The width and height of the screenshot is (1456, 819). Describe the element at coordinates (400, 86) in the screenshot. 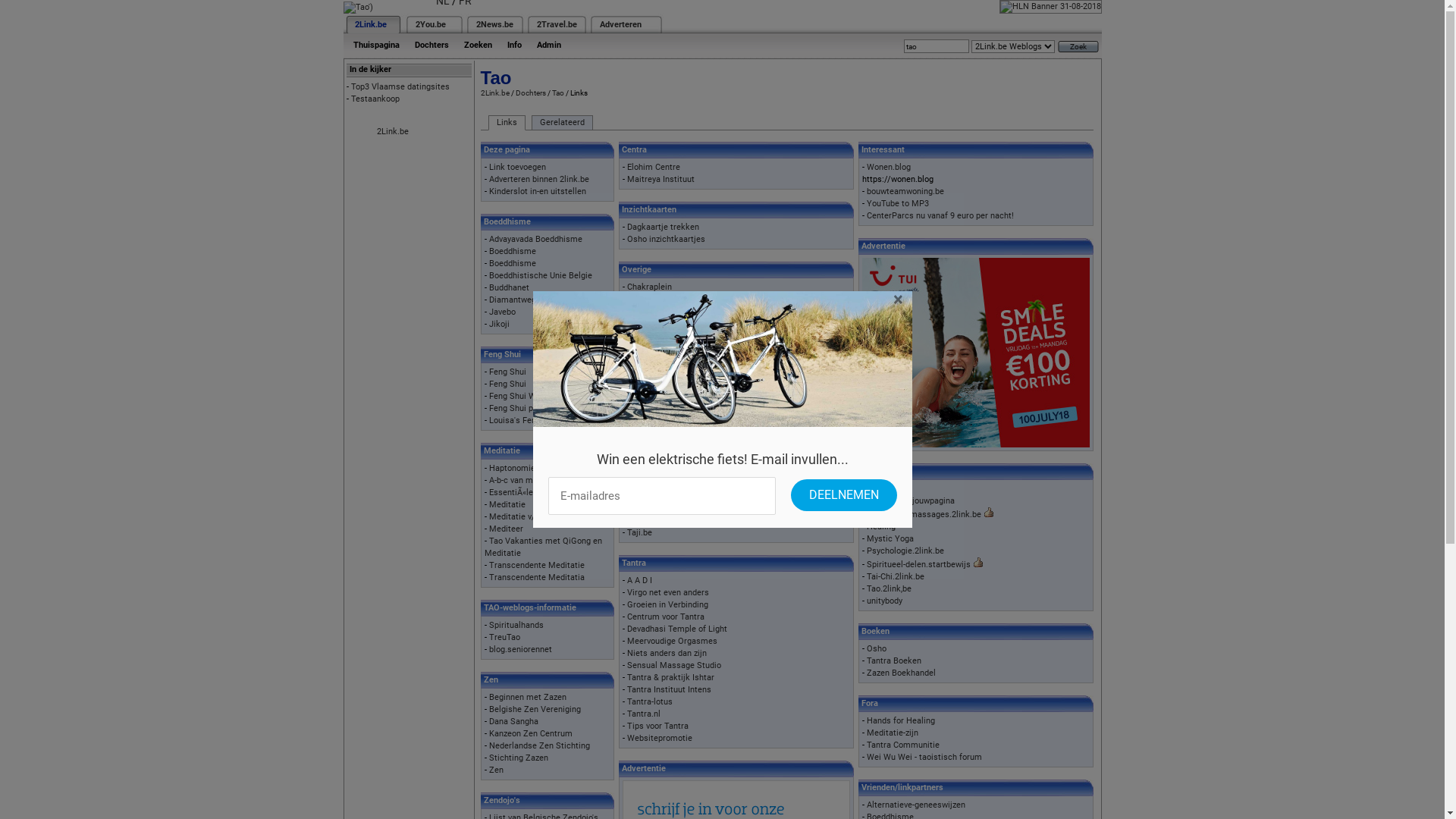

I see `'Top3 Vlaamse datingsites'` at that location.